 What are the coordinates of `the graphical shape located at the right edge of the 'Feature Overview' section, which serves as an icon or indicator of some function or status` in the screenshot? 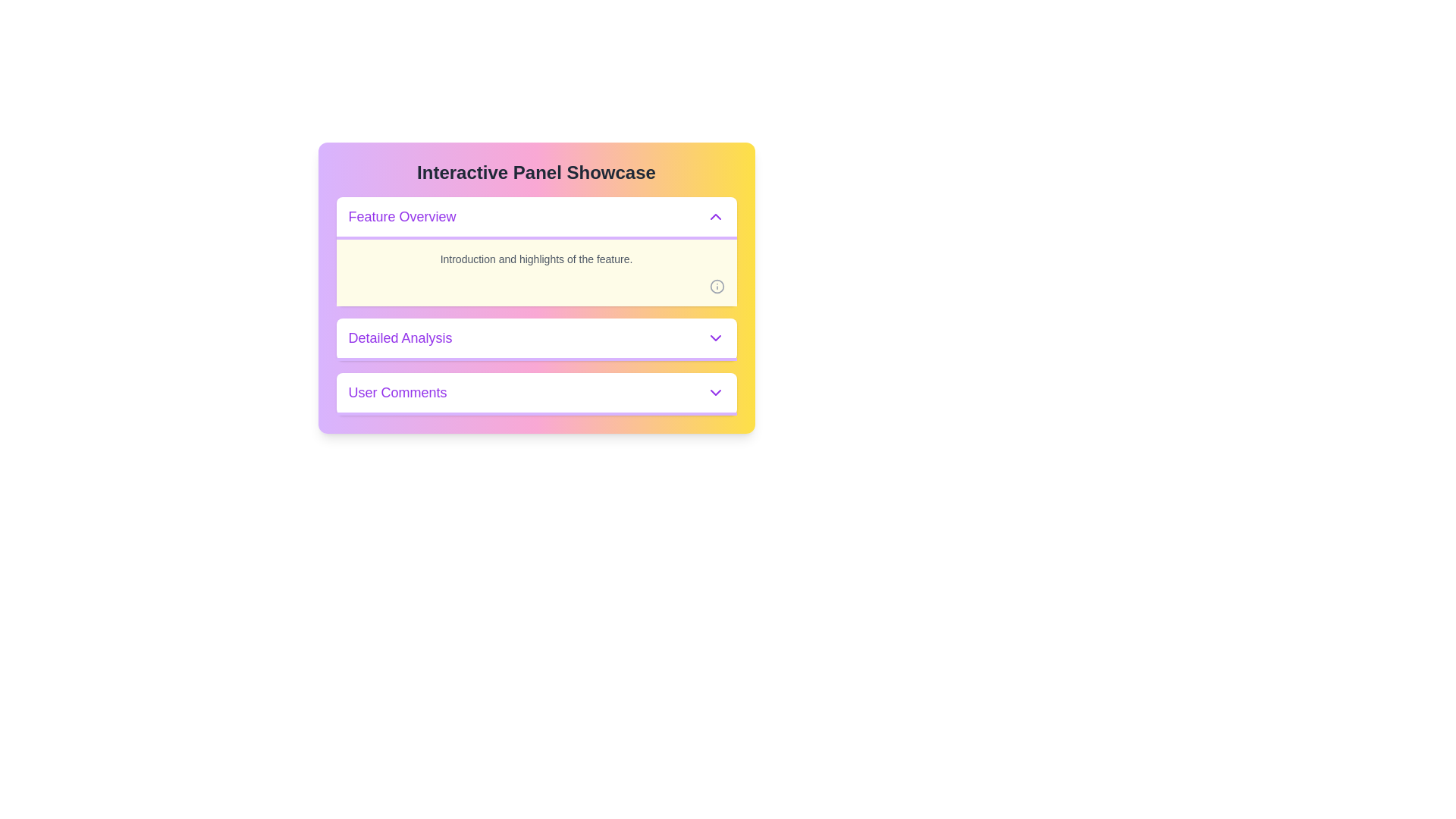 It's located at (716, 287).